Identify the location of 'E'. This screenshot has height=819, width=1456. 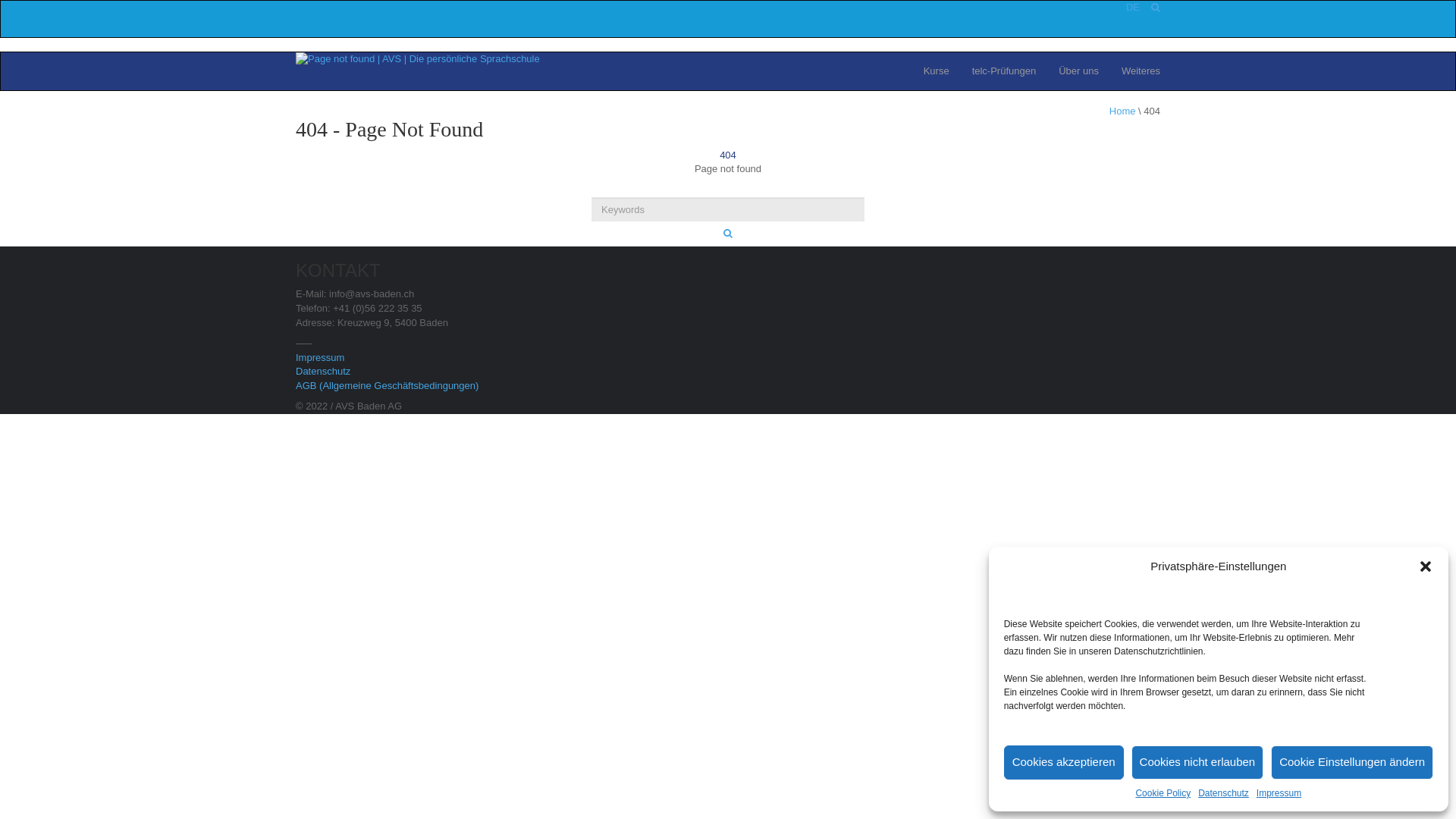
(1136, 7).